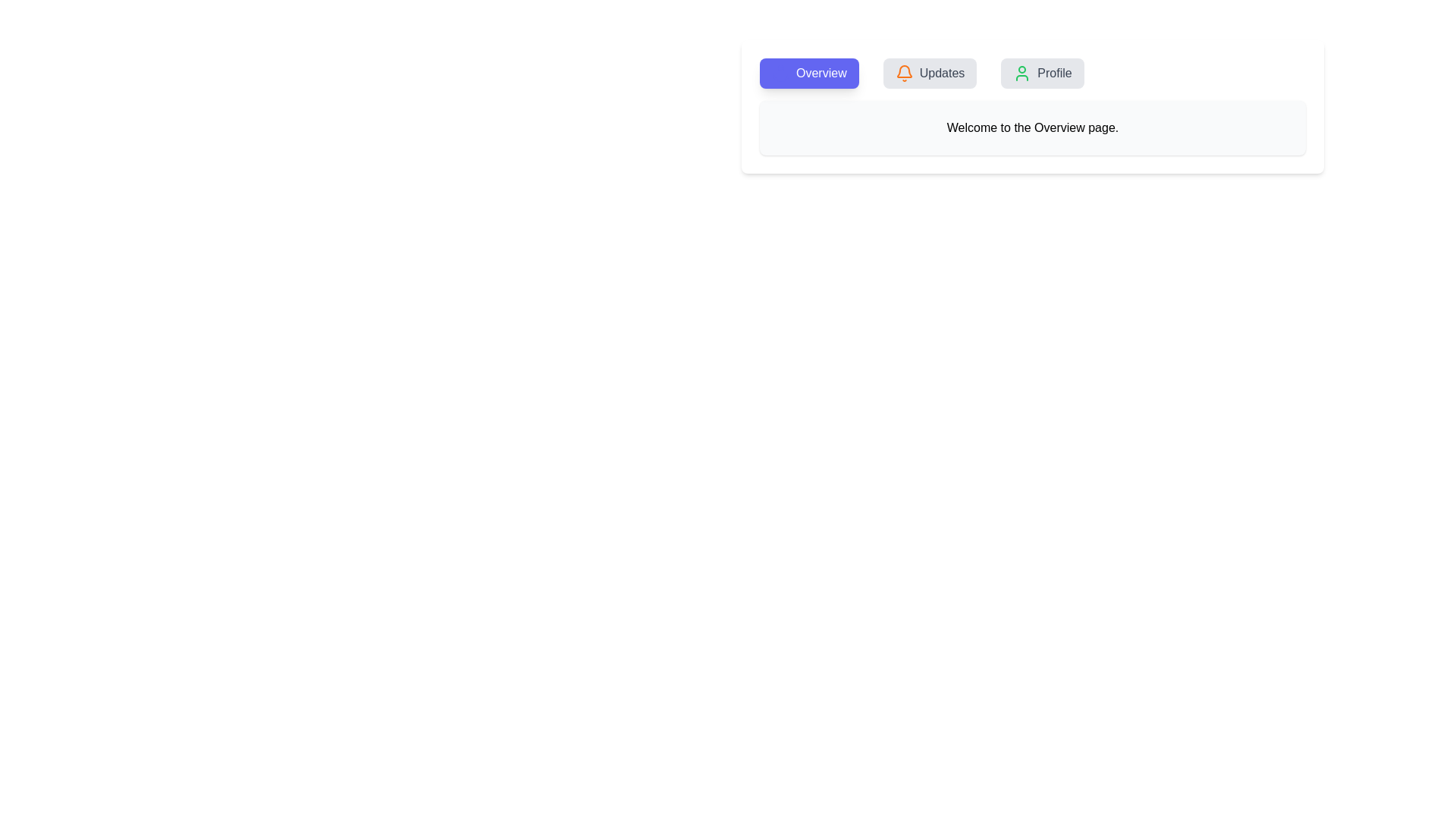  Describe the element at coordinates (1041, 73) in the screenshot. I see `the Profile tab by clicking on it` at that location.